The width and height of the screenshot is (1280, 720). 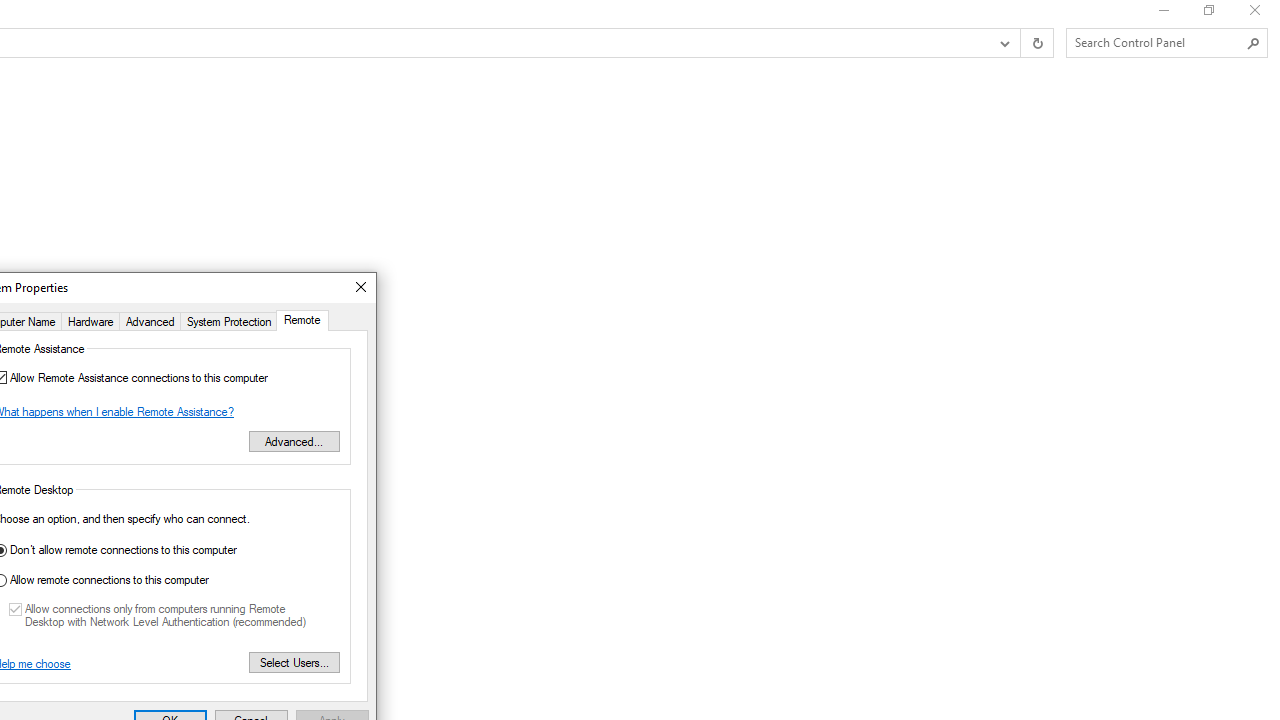 What do you see at coordinates (149, 319) in the screenshot?
I see `'Advanced'` at bounding box center [149, 319].